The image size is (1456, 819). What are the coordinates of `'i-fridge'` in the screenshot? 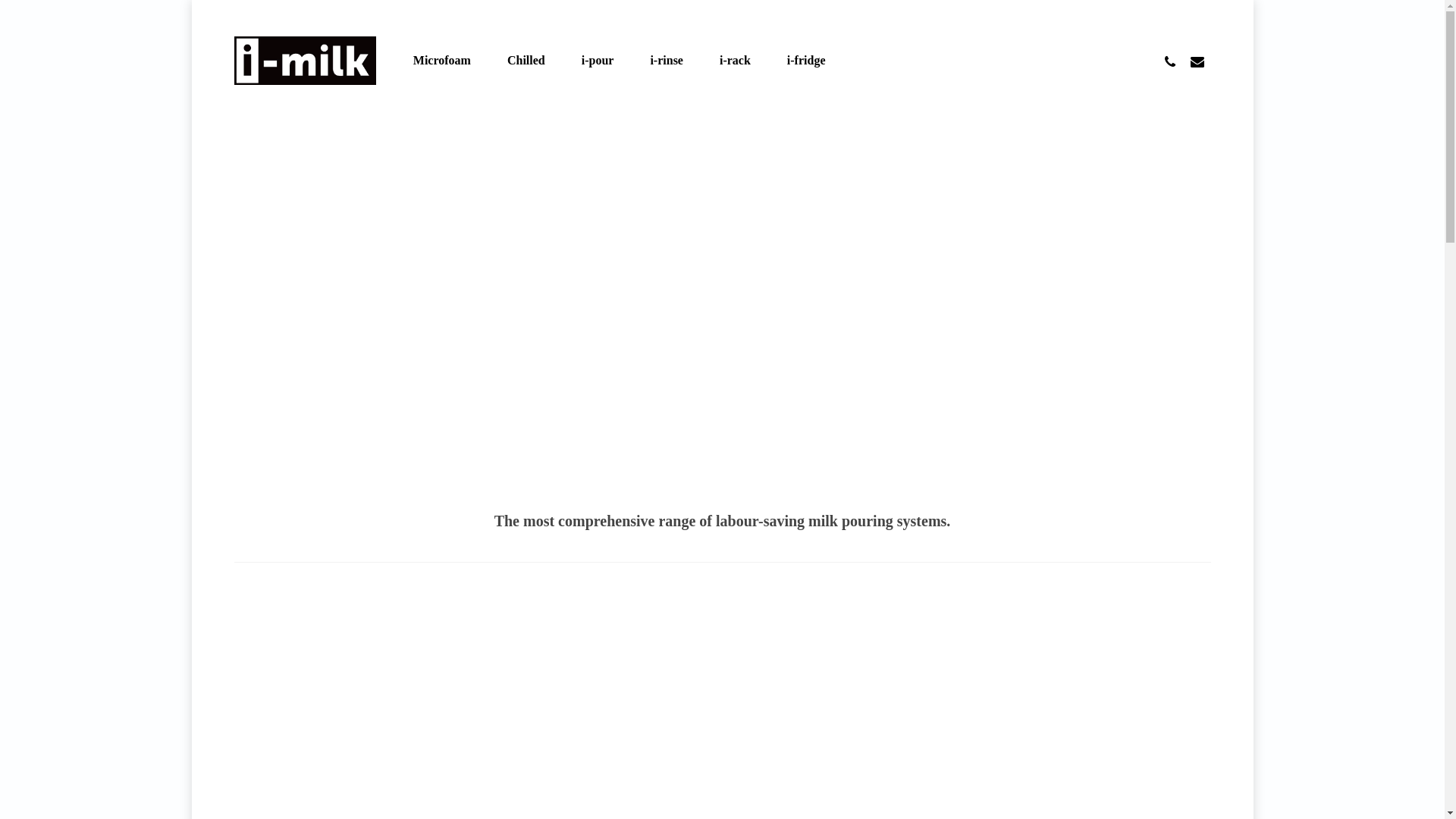 It's located at (805, 60).